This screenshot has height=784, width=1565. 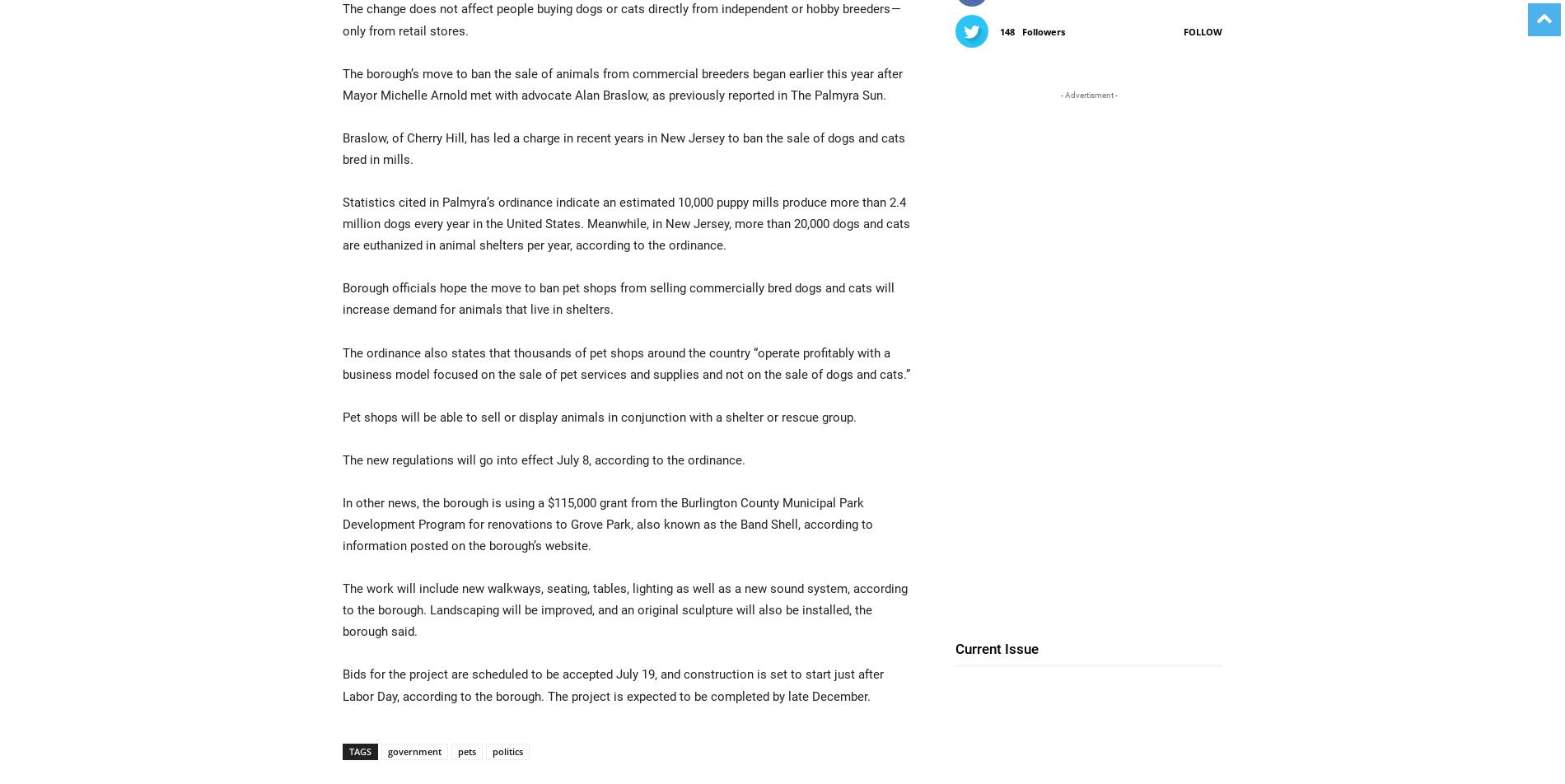 What do you see at coordinates (457, 750) in the screenshot?
I see `'pets'` at bounding box center [457, 750].